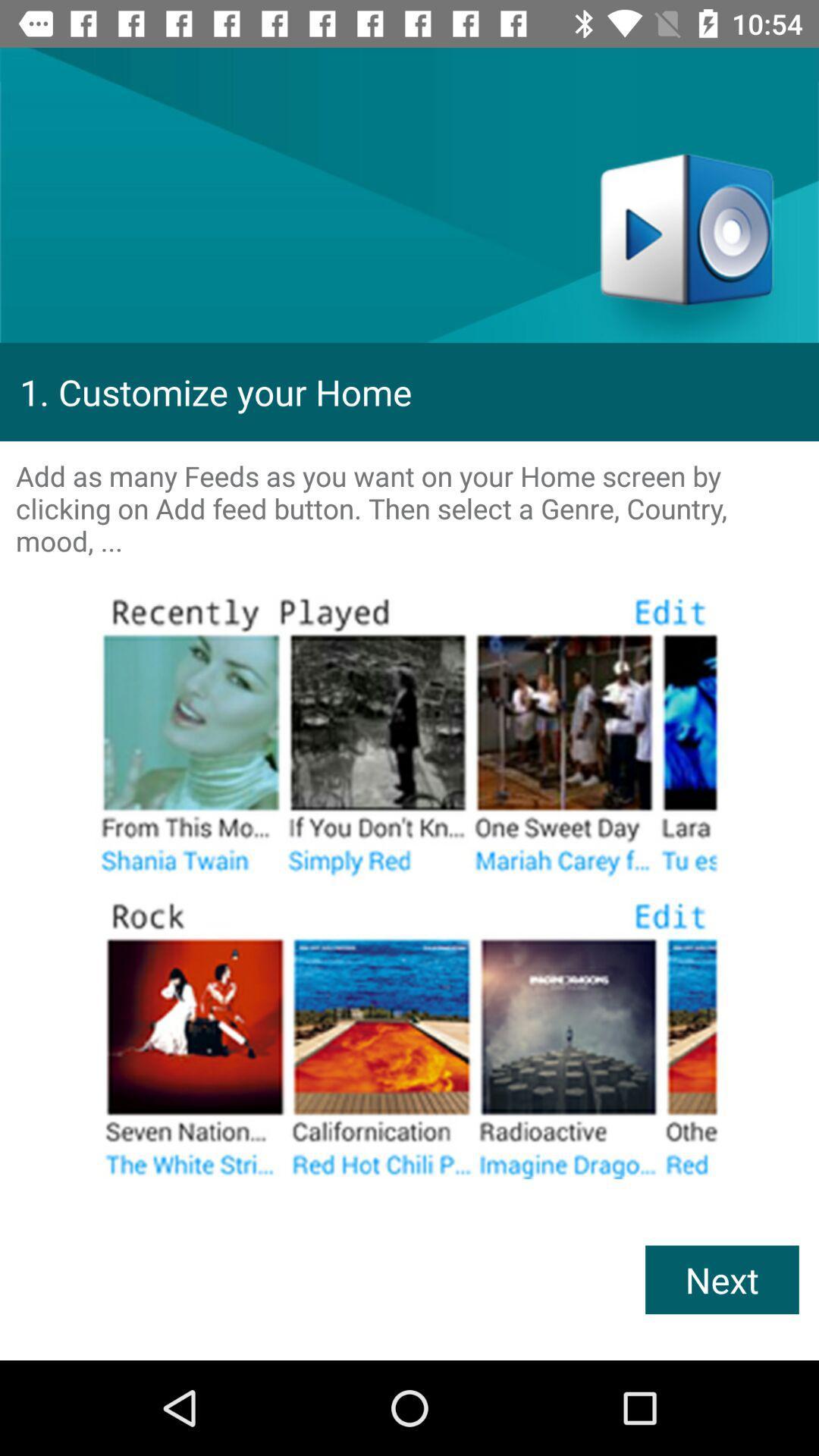 This screenshot has width=819, height=1456. What do you see at coordinates (721, 1279) in the screenshot?
I see `next icon` at bounding box center [721, 1279].